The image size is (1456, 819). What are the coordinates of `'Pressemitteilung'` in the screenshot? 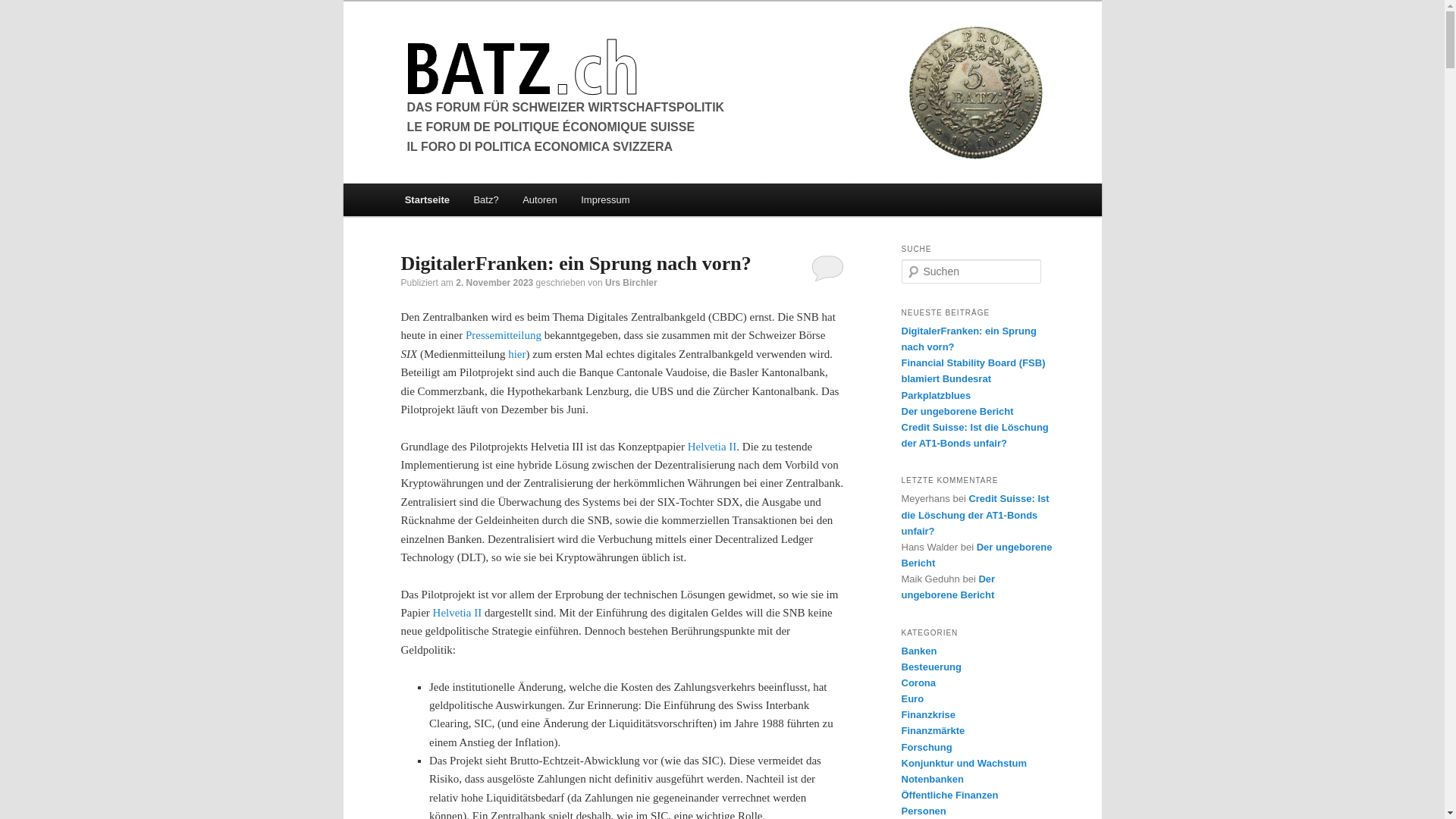 It's located at (503, 334).